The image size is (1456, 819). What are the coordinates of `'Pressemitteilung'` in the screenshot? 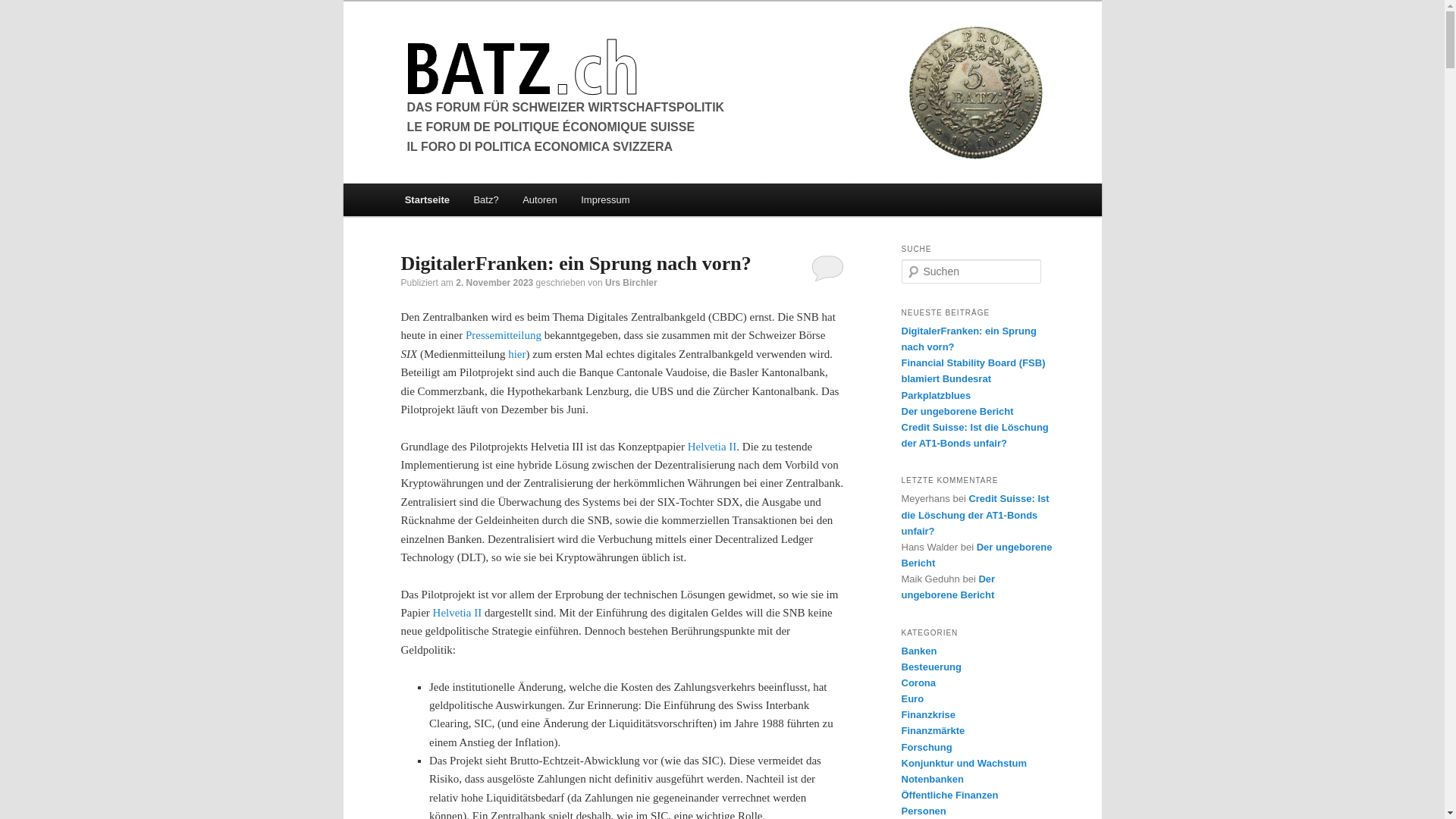 It's located at (503, 334).